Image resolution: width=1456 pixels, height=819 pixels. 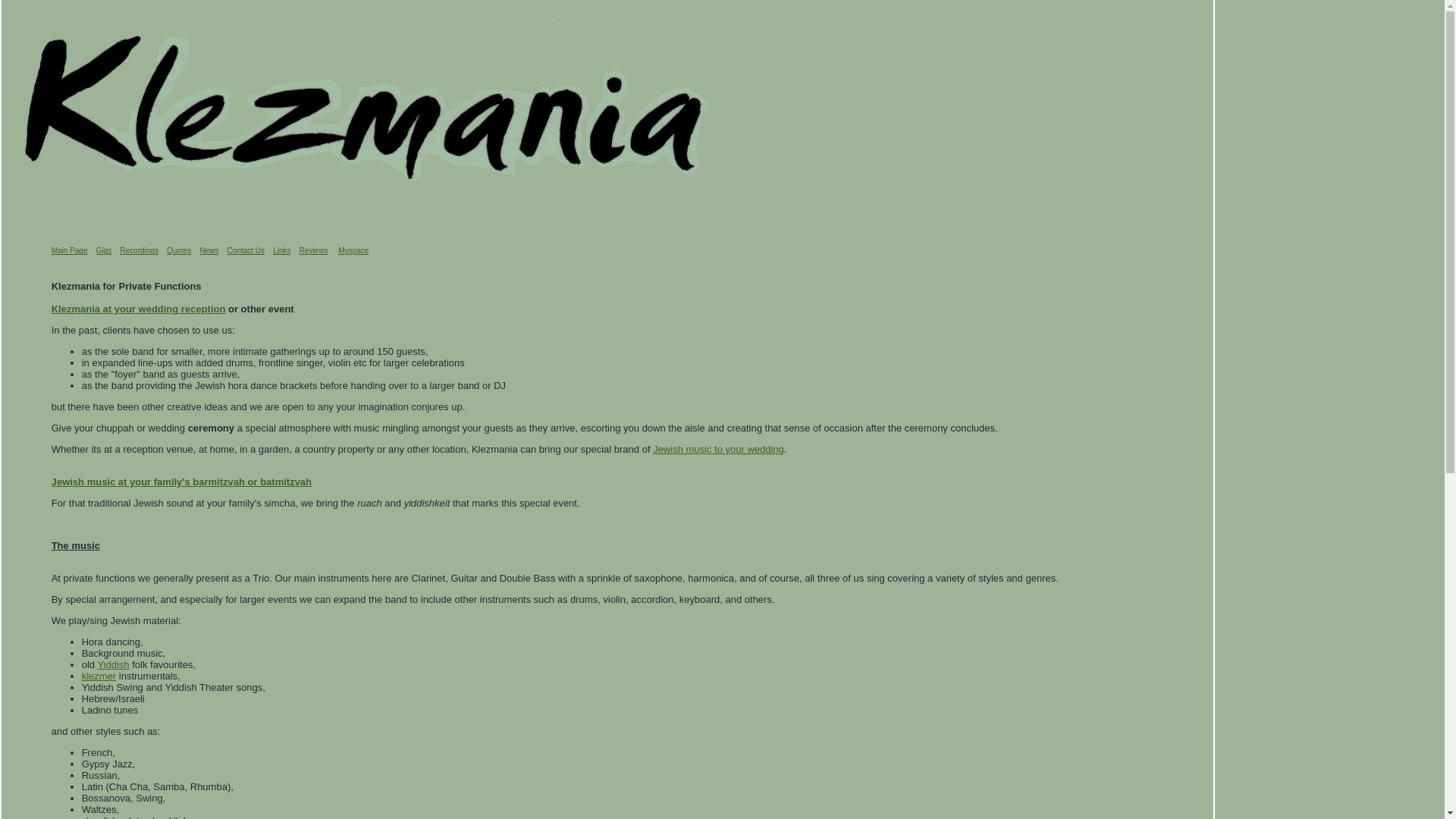 What do you see at coordinates (139, 249) in the screenshot?
I see `'Recordings'` at bounding box center [139, 249].